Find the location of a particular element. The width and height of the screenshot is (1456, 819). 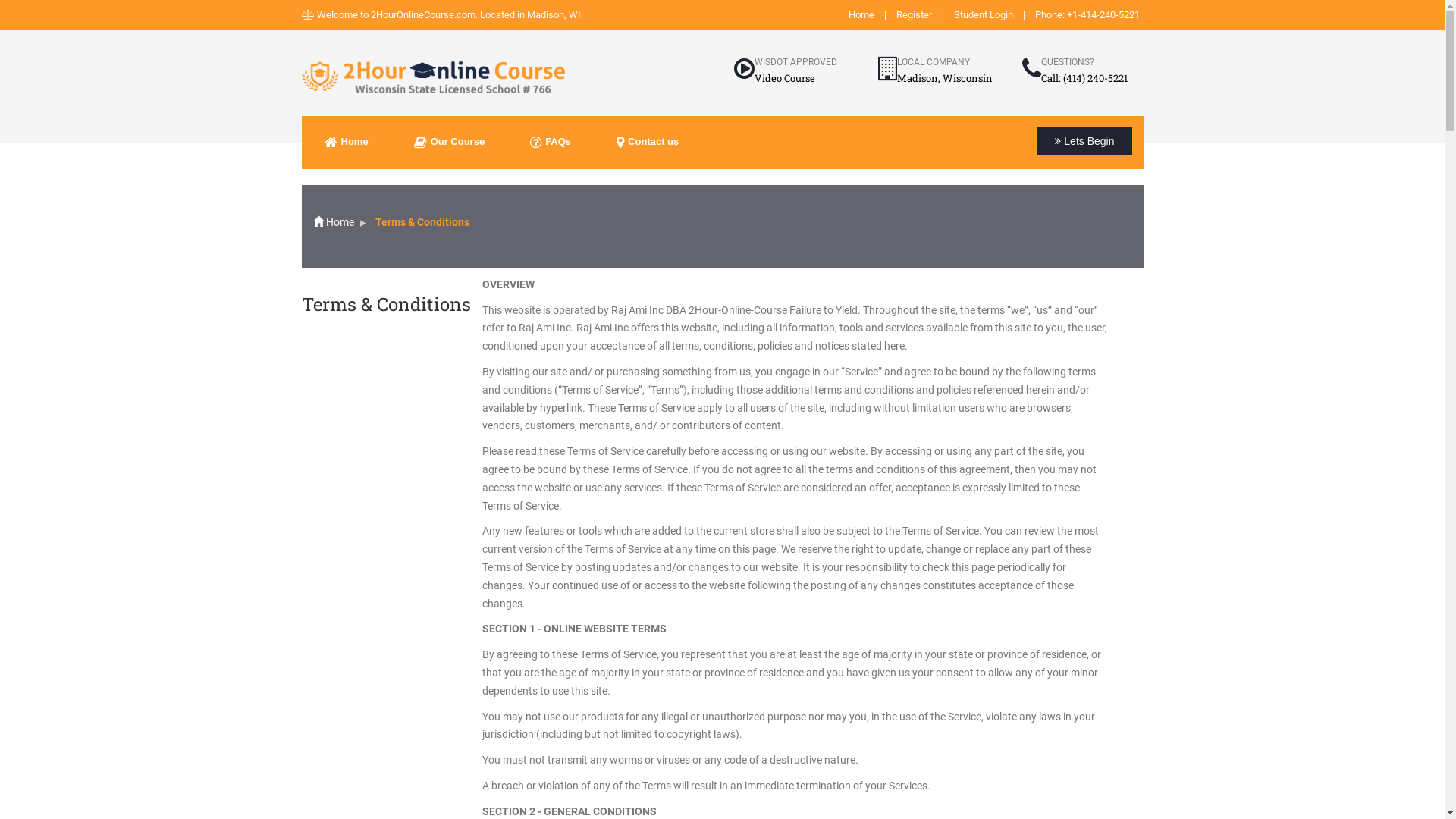

'Home' is located at coordinates (331, 222).